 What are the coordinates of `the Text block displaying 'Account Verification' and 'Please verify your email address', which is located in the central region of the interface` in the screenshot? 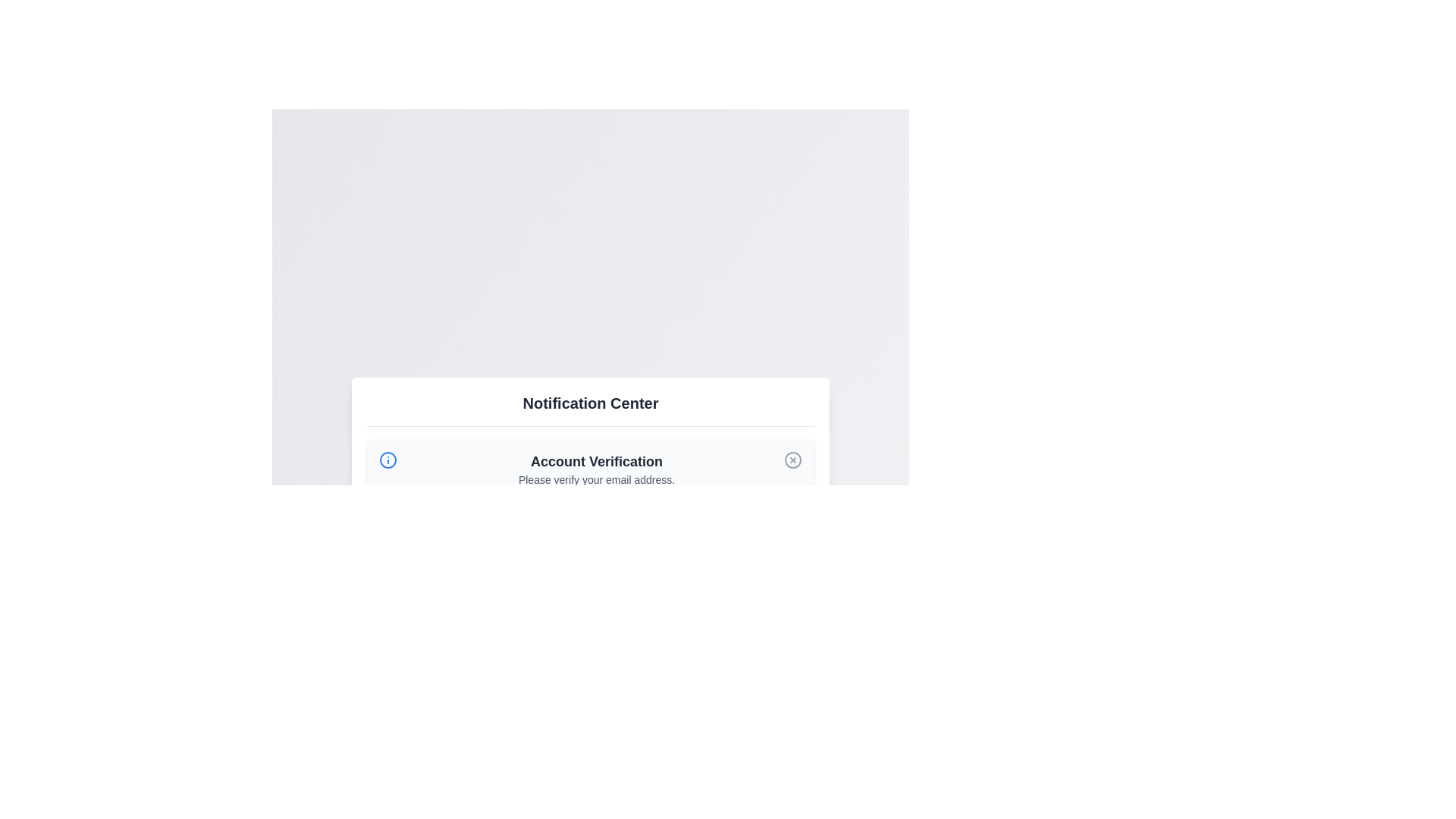 It's located at (596, 468).